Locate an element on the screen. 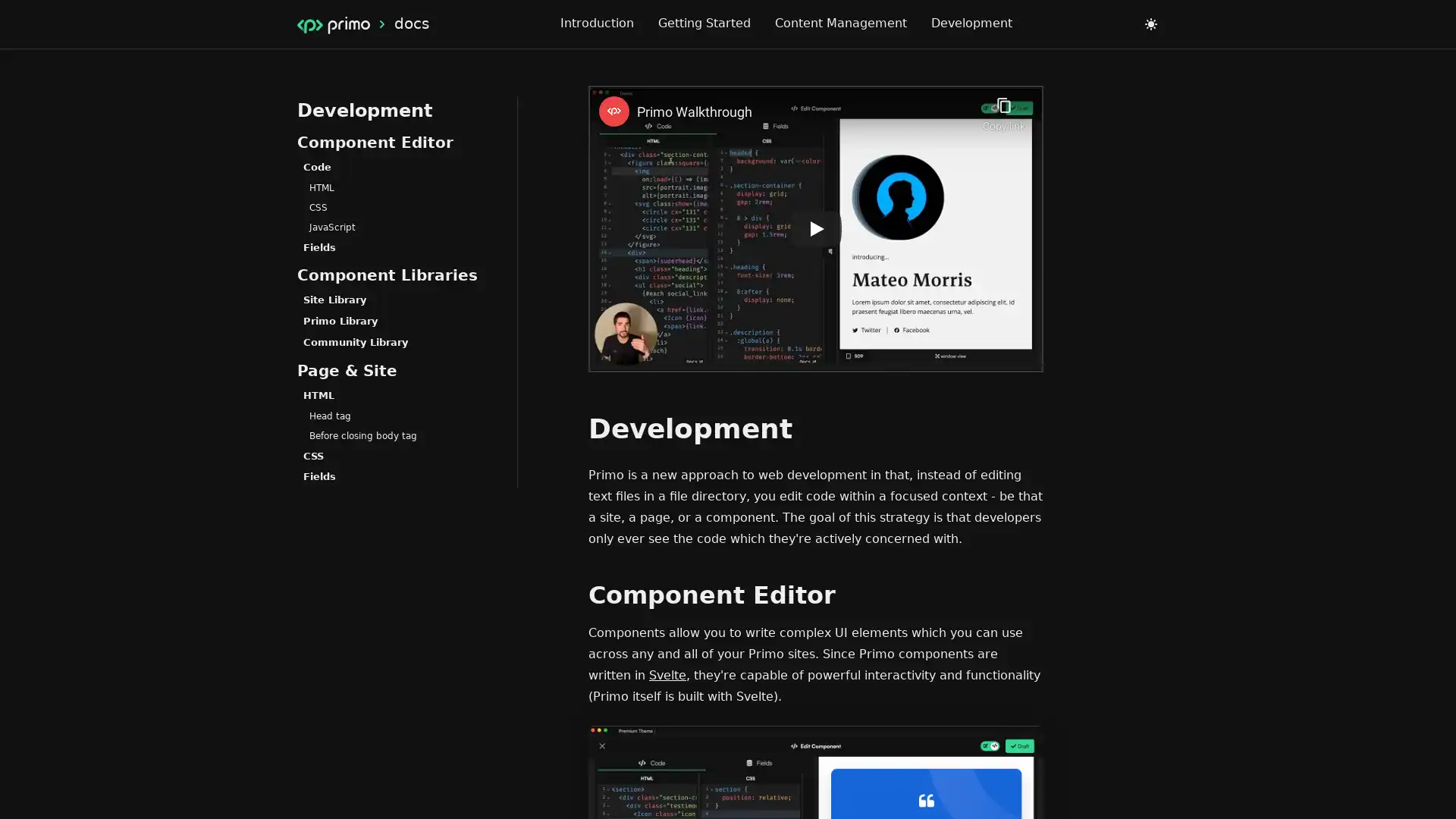 The width and height of the screenshot is (1456, 819). Toggle dark mode is located at coordinates (1150, 24).